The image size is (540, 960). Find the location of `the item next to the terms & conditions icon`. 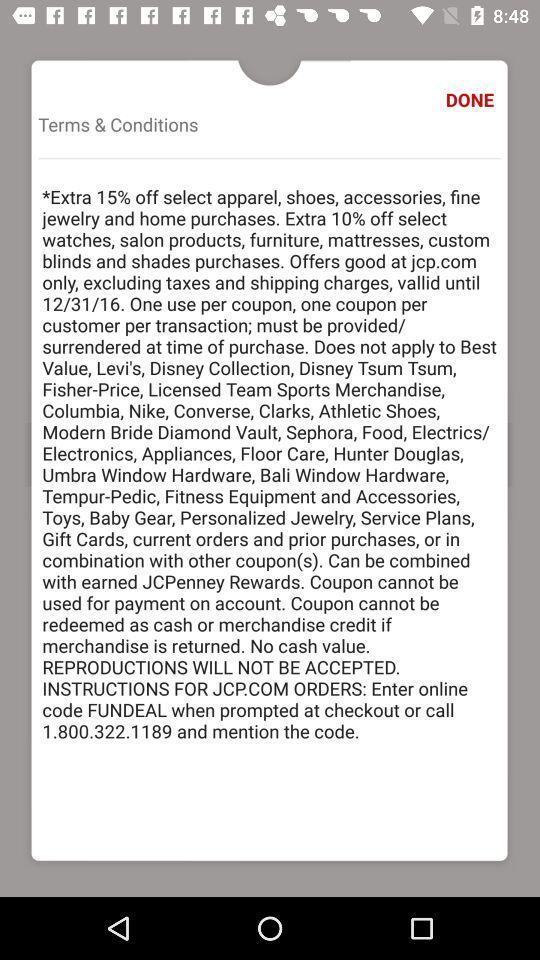

the item next to the terms & conditions icon is located at coordinates (472, 99).